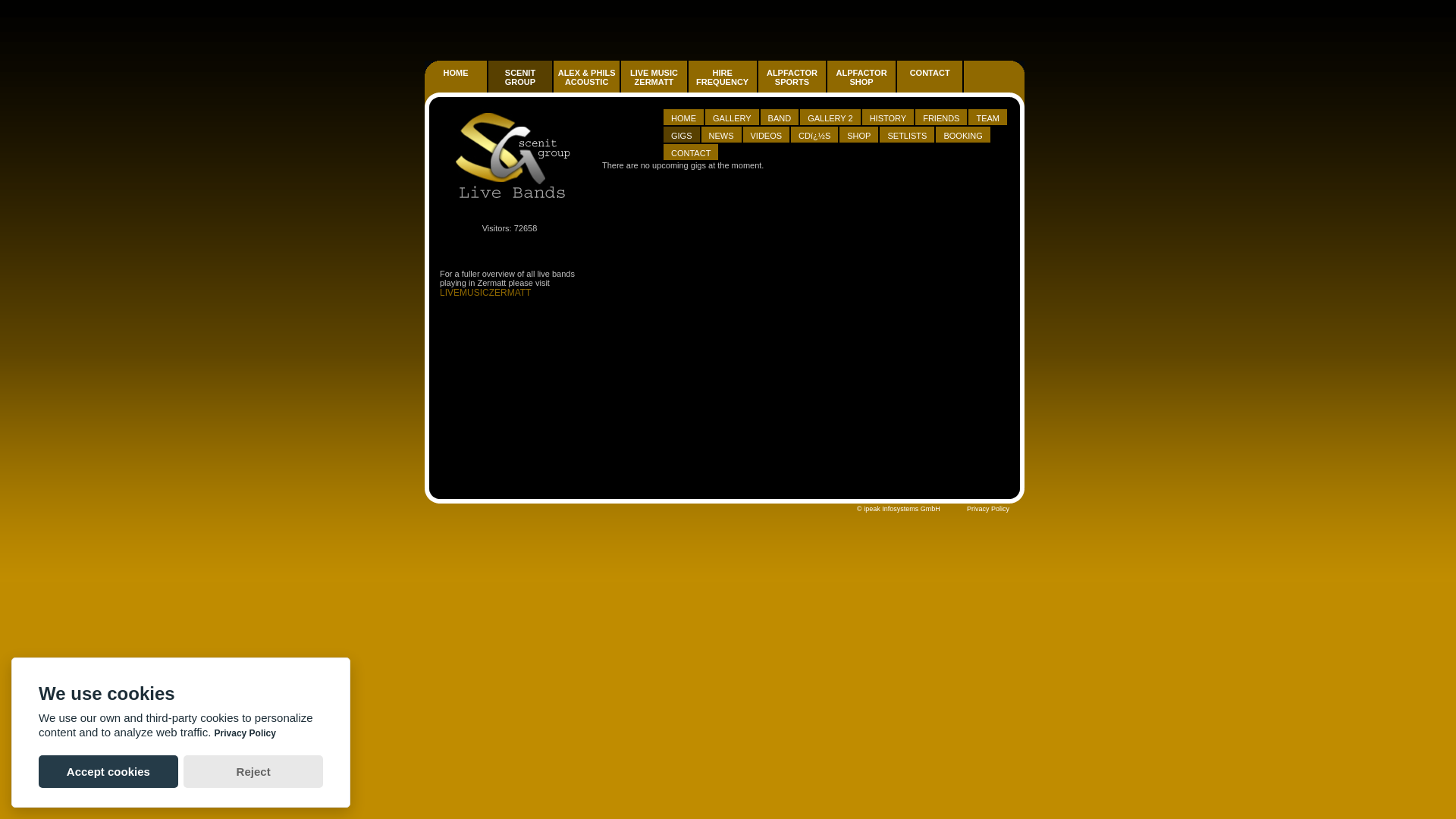 The width and height of the screenshot is (1456, 819). I want to click on 'LIVE MUSIC, so click(654, 77).